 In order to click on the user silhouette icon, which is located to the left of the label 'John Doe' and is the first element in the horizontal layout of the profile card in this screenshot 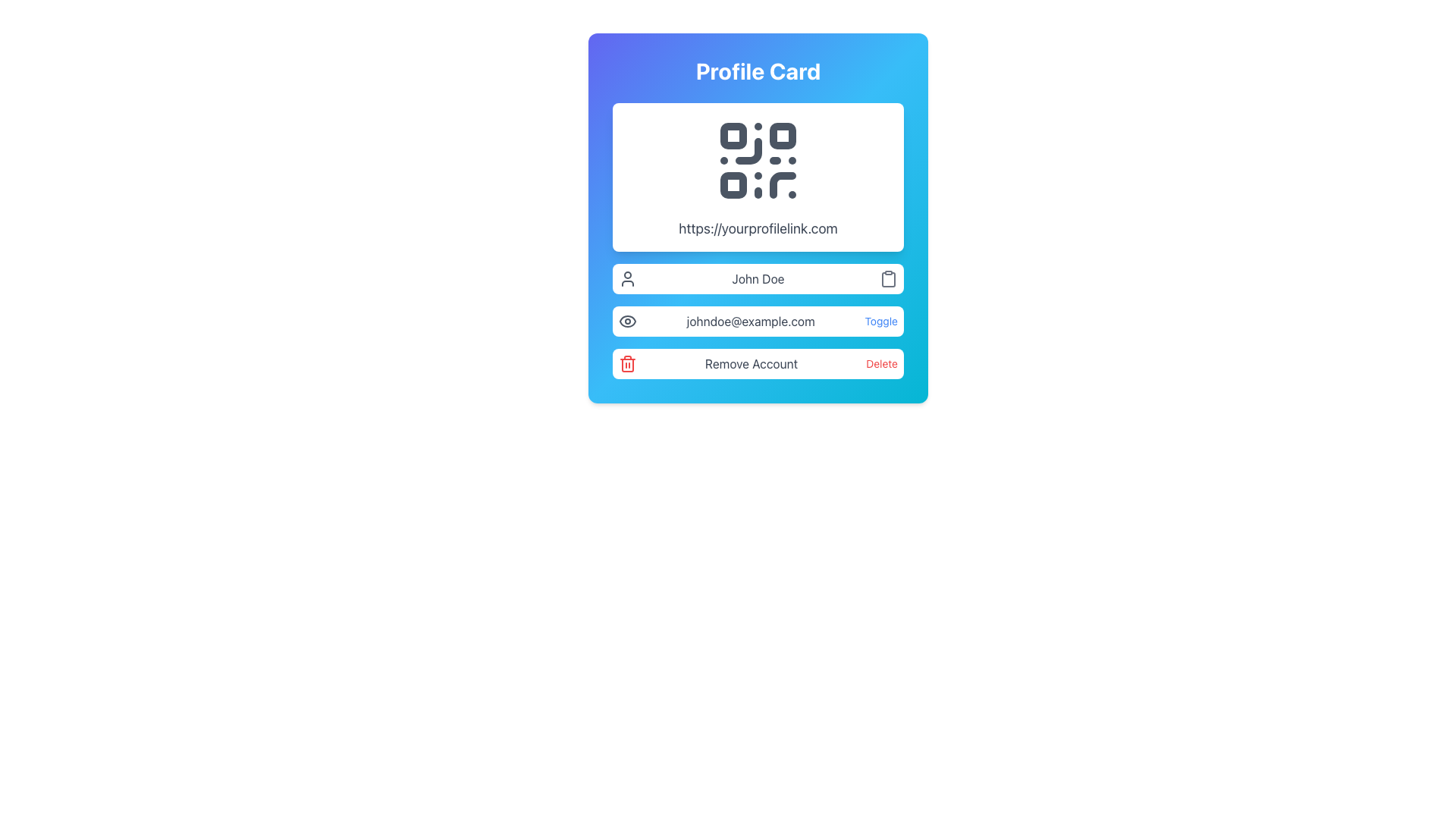, I will do `click(628, 278)`.